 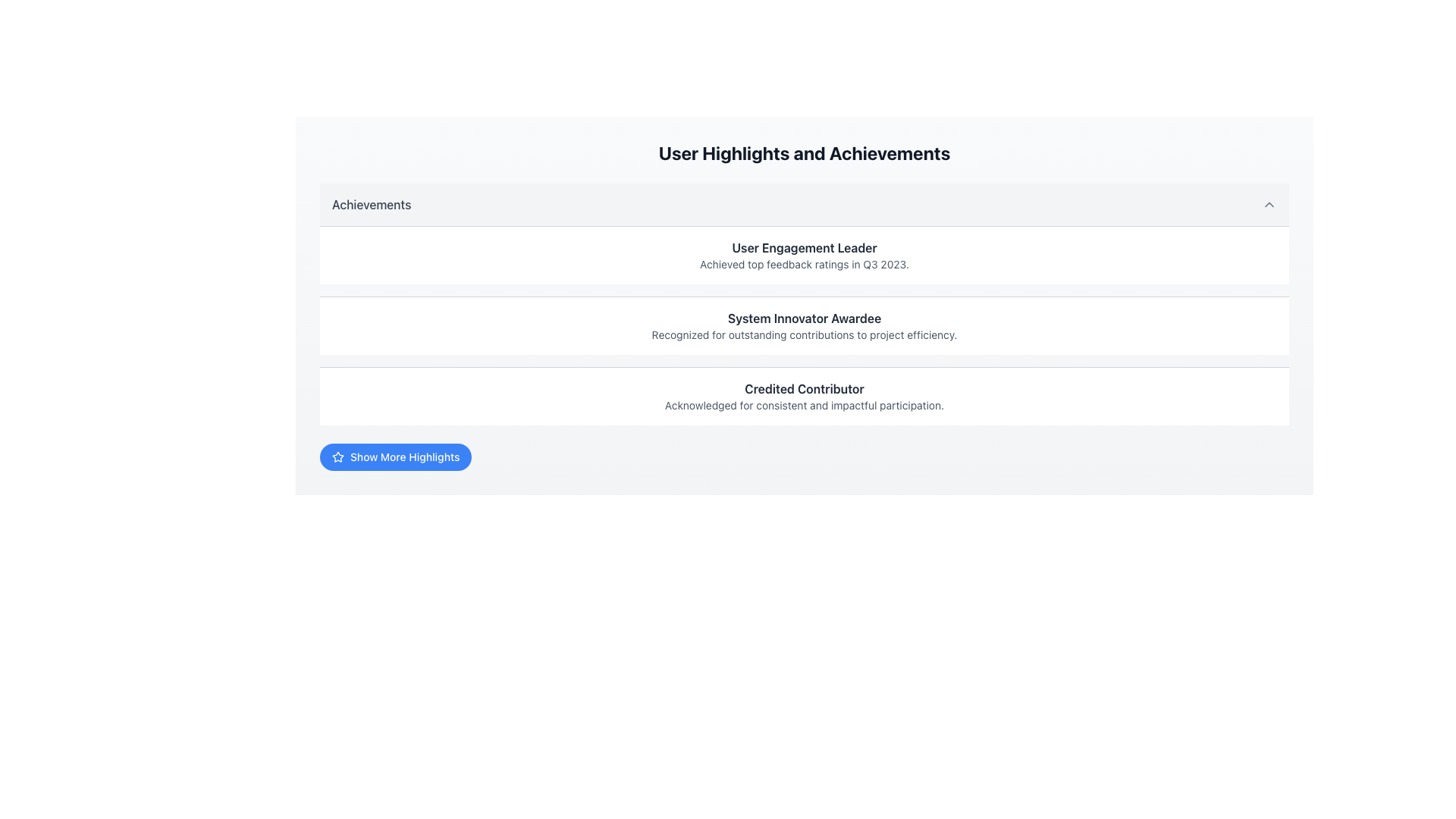 I want to click on the button located at the bottom-left corner of the 'User Highlights and Achievements' section, so click(x=396, y=456).